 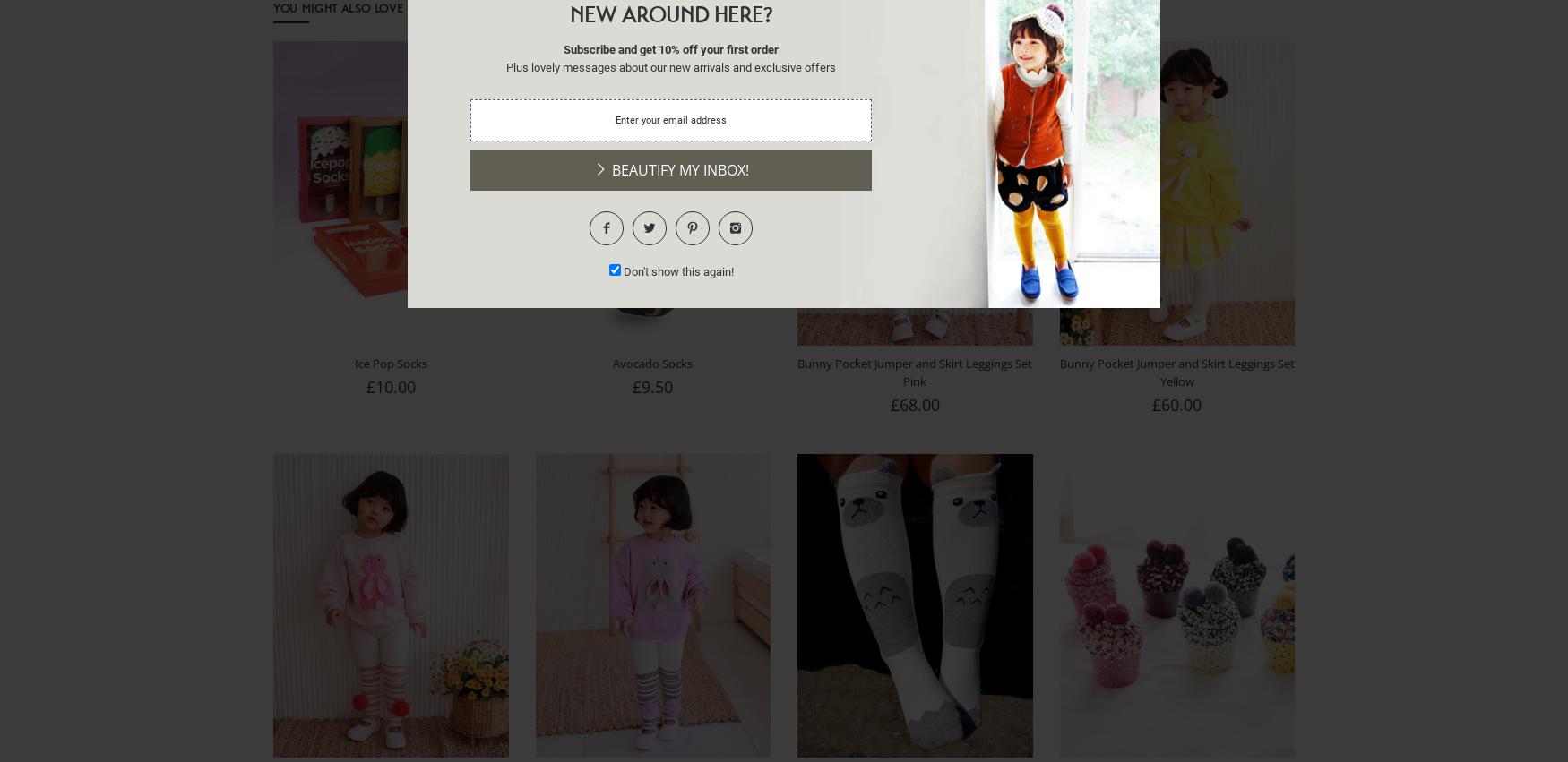 What do you see at coordinates (671, 48) in the screenshot?
I see `'Subscribe and get 10%
 off your first order'` at bounding box center [671, 48].